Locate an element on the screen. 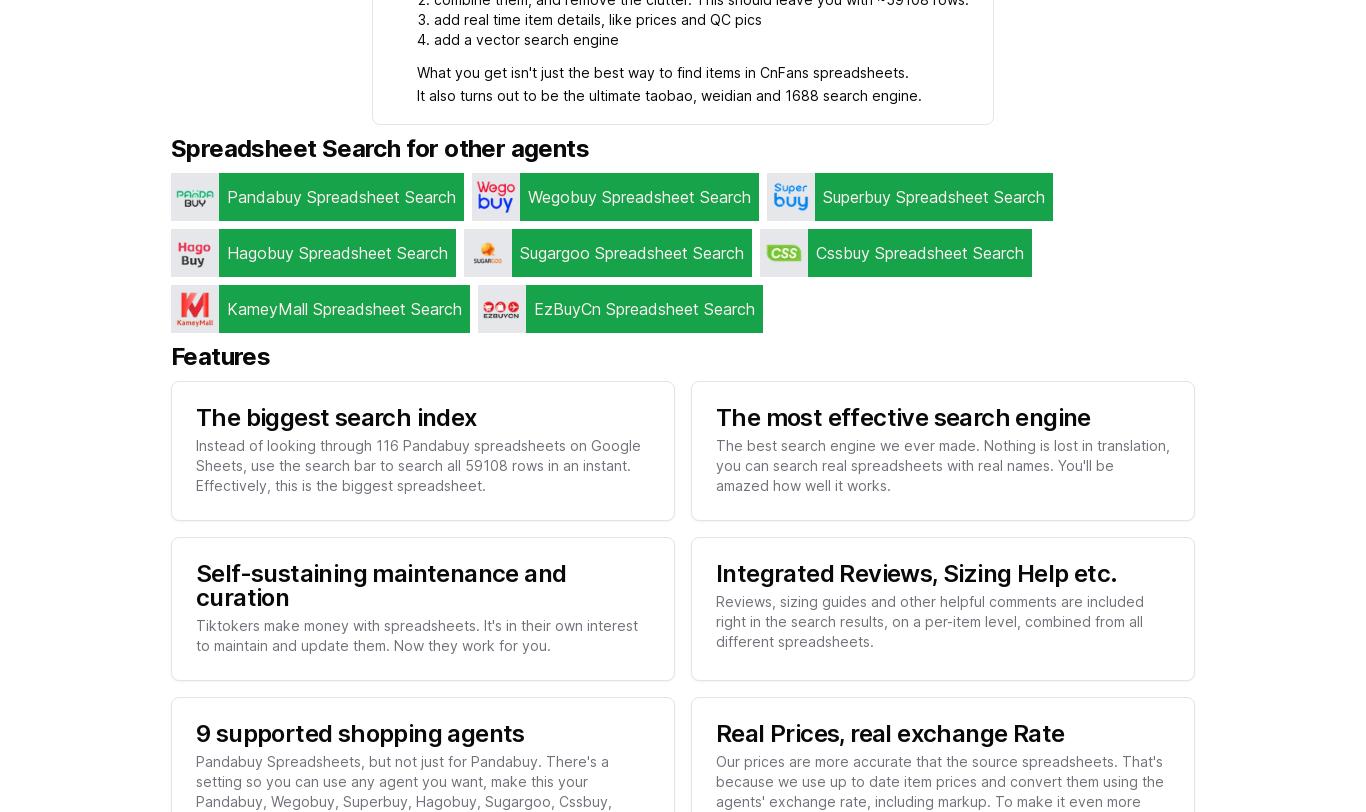  'Pandabuy spreadsheets on Google Sheets, use the search bar to search all' is located at coordinates (195, 454).